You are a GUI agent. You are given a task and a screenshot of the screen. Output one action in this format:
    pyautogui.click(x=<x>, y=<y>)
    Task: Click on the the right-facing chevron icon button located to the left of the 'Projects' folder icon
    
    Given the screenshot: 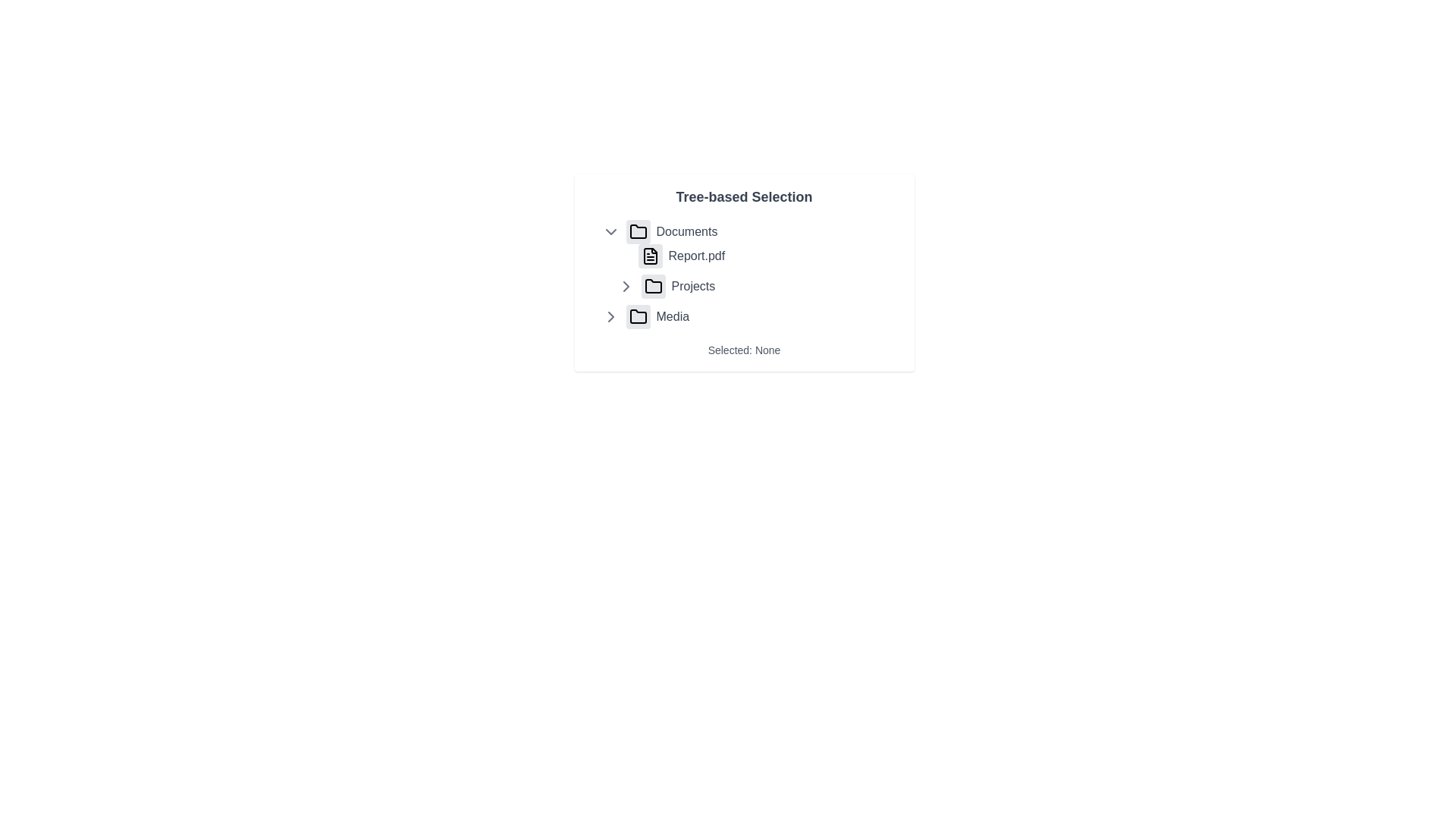 What is the action you would take?
    pyautogui.click(x=610, y=315)
    